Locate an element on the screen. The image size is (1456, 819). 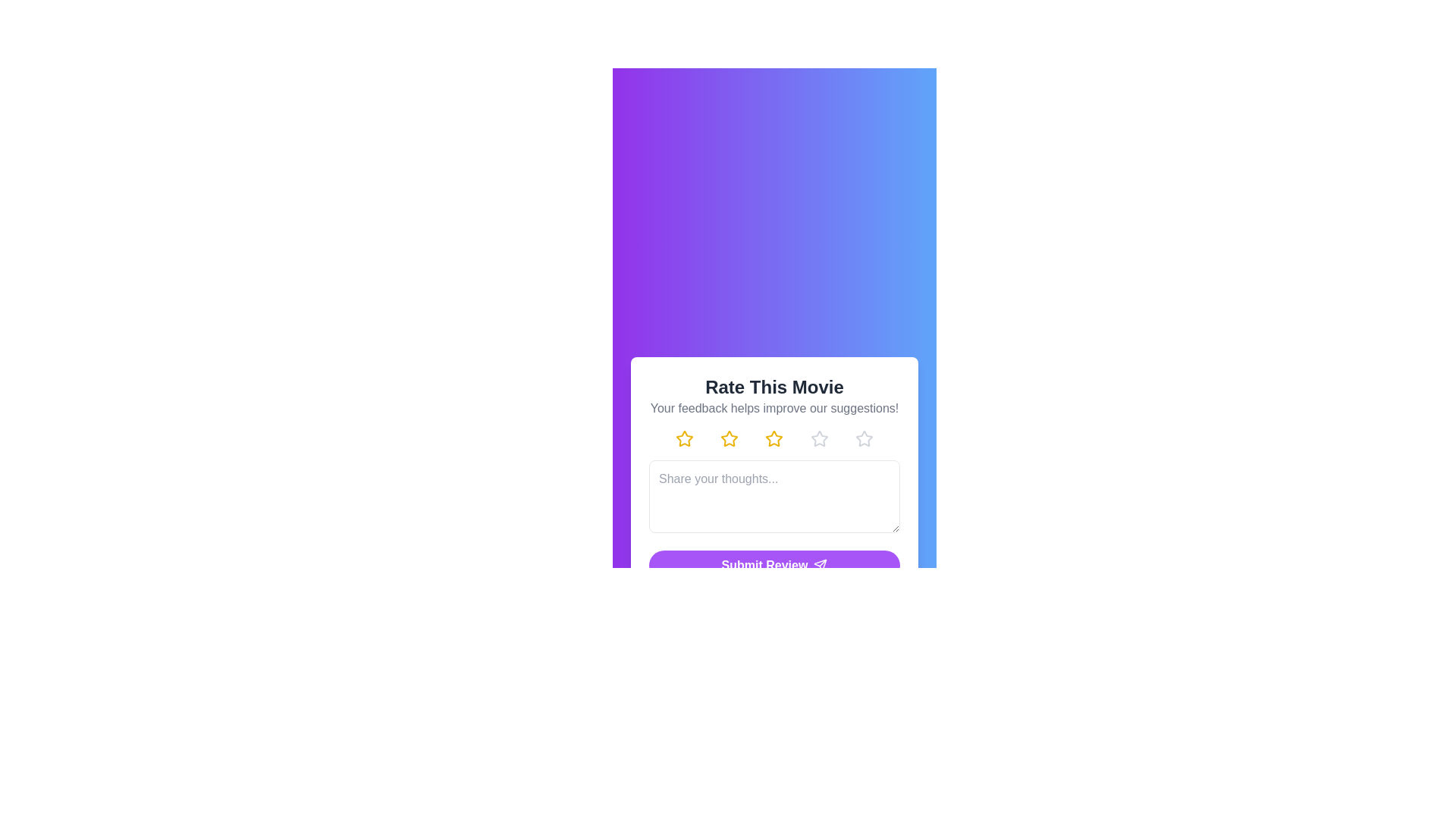
the informative static text display encouraging users to give feedback about the movie's rating functionality, located below the 'Rate This Movie' title is located at coordinates (774, 407).